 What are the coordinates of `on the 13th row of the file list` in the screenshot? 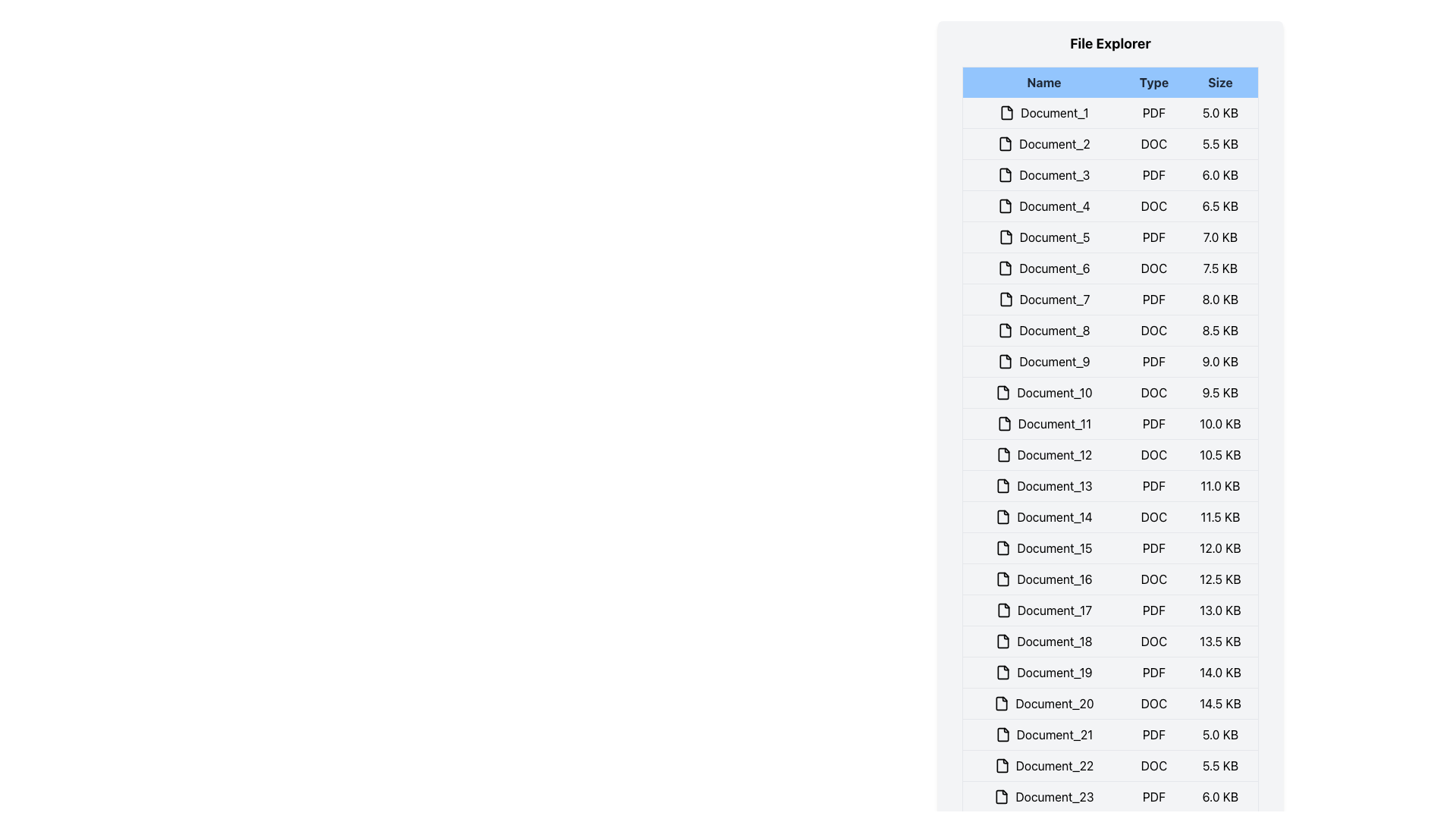 It's located at (1110, 485).